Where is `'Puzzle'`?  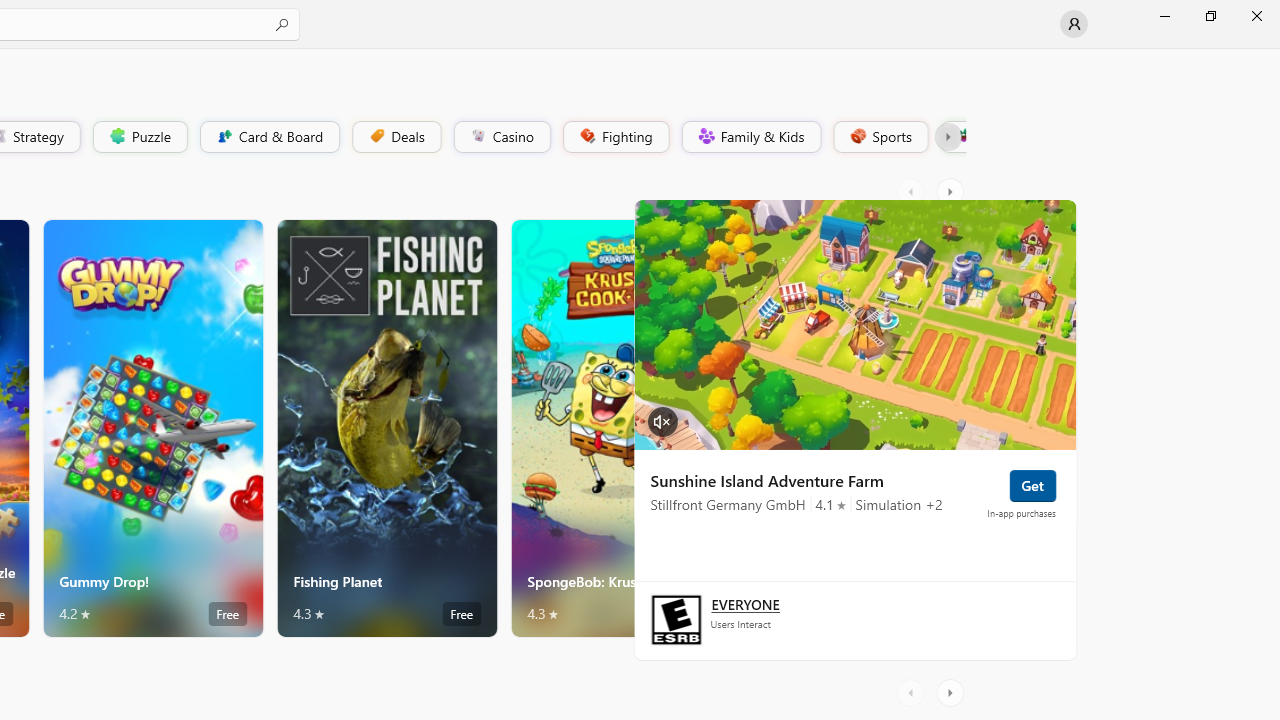 'Puzzle' is located at coordinates (138, 135).